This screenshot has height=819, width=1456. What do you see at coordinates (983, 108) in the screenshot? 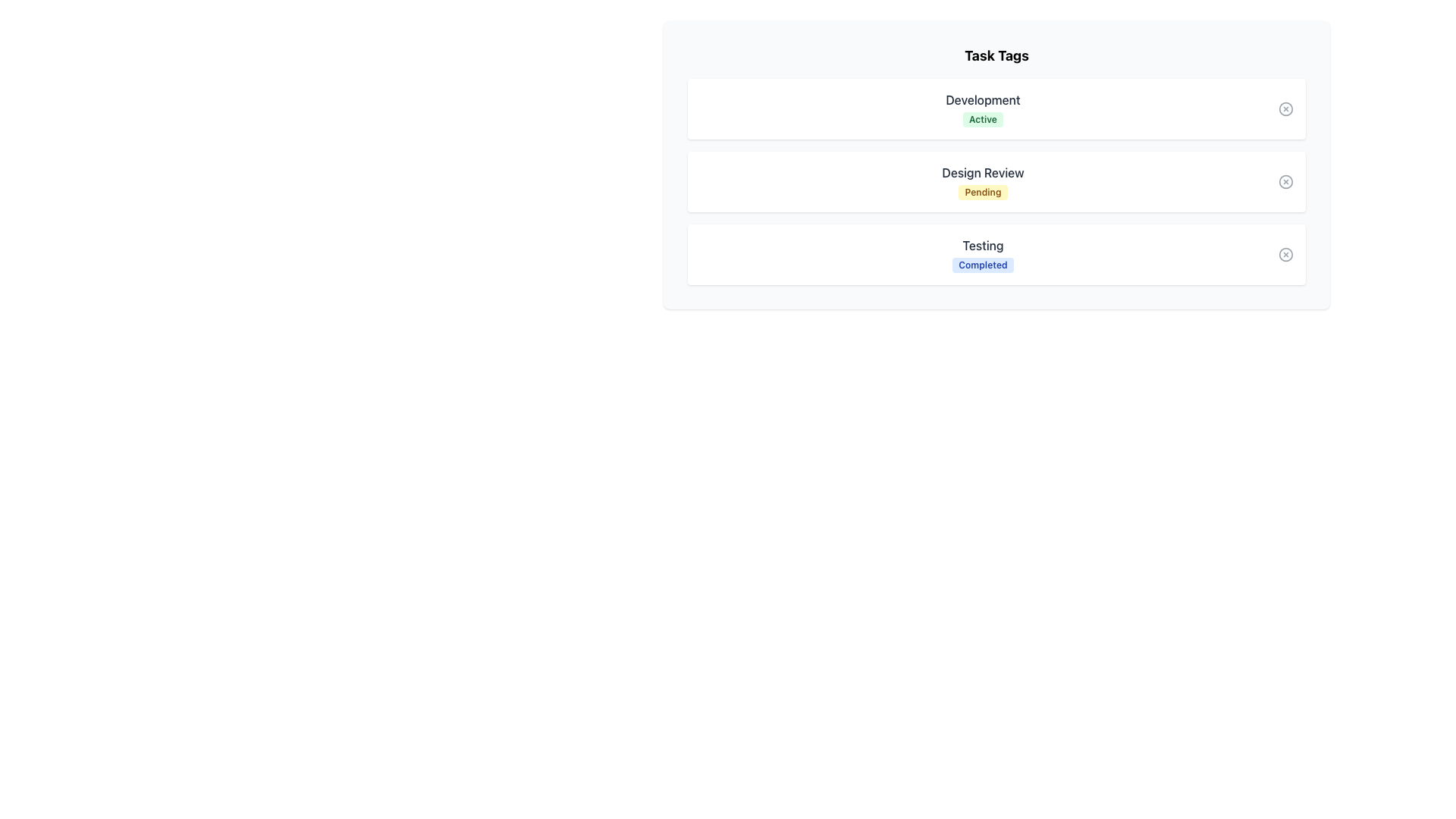
I see `text and status displayed on the 'Development' task label with status 'Active' located in the 'Task Tags' header group` at bounding box center [983, 108].